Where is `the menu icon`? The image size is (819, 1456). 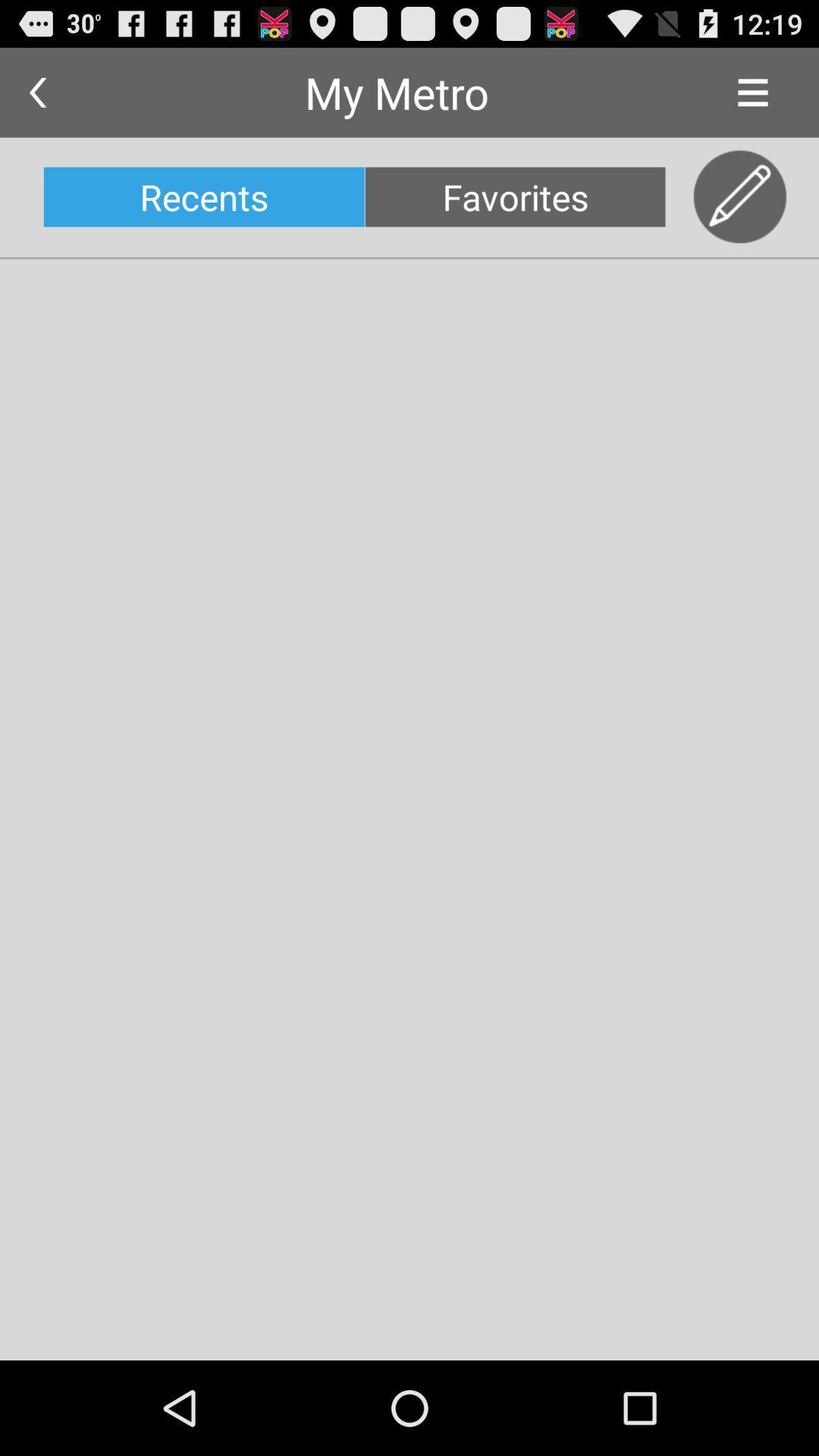 the menu icon is located at coordinates (752, 98).